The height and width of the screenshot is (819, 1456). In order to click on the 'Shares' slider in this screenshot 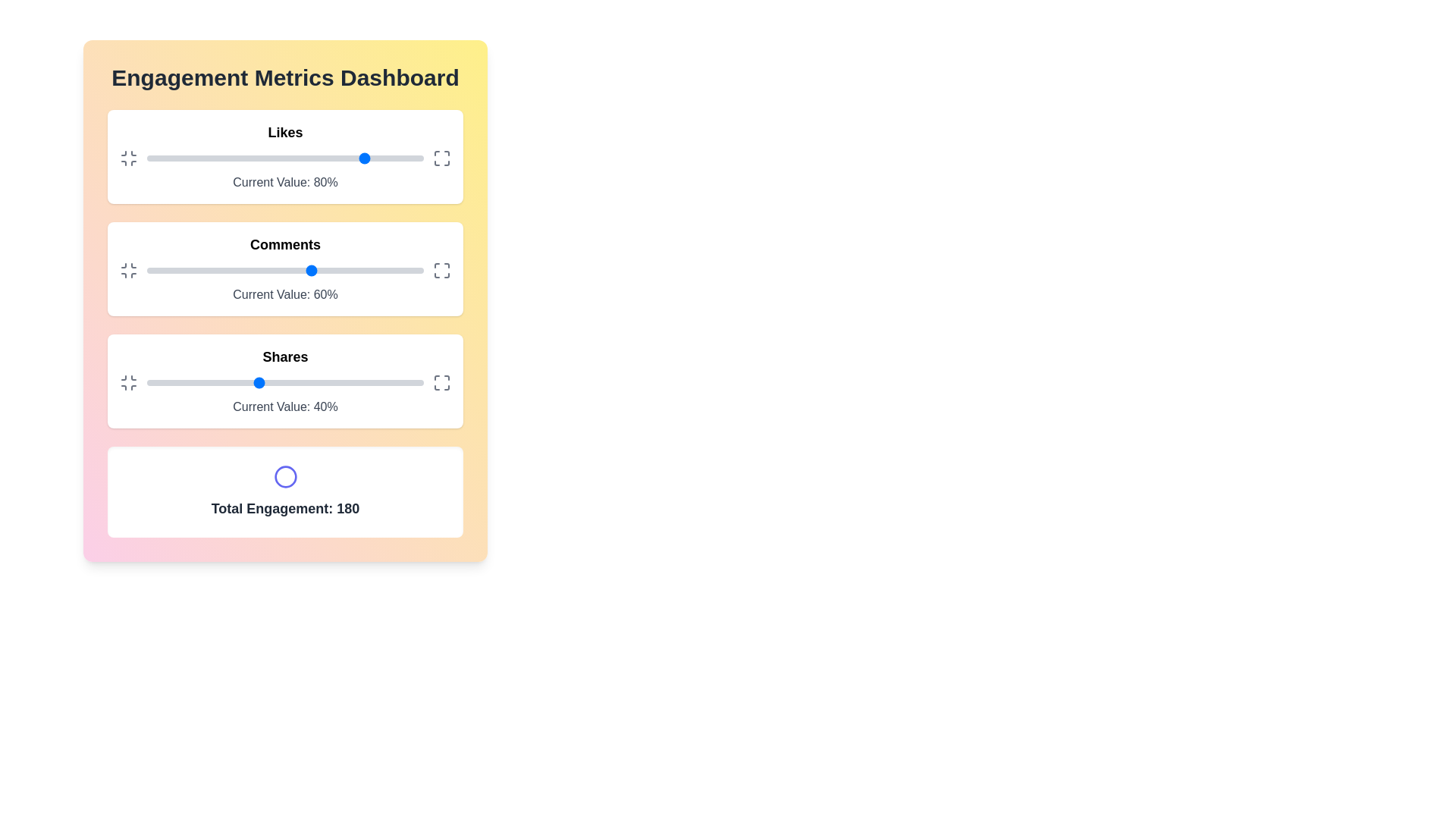, I will do `click(384, 382)`.